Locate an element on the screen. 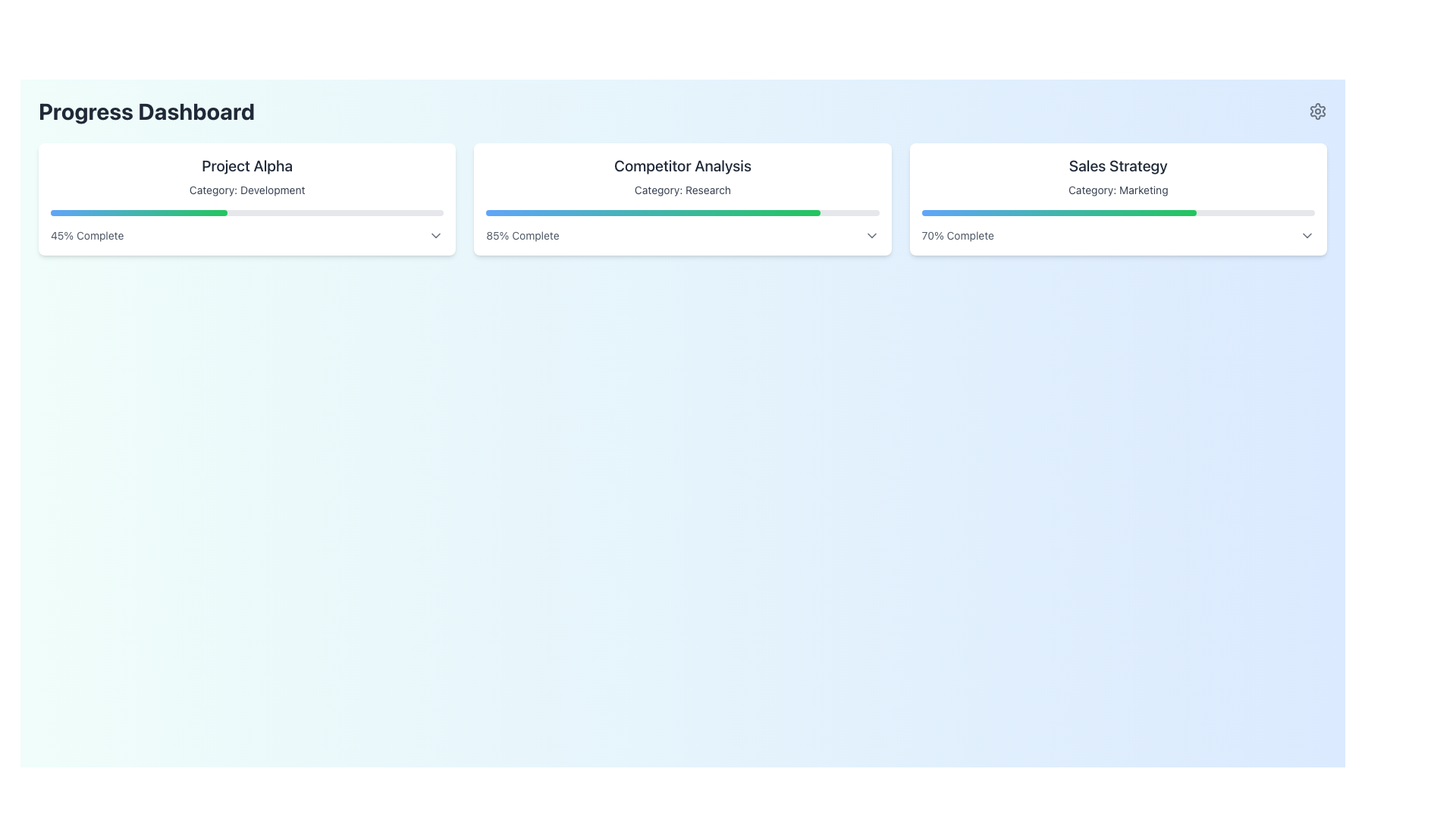 The image size is (1456, 819). the static text label displaying 'Category: Marketing', which is located below the 'Sales Strategy' heading and above the progress indicator in the third card of the dashboard interface is located at coordinates (1118, 189).